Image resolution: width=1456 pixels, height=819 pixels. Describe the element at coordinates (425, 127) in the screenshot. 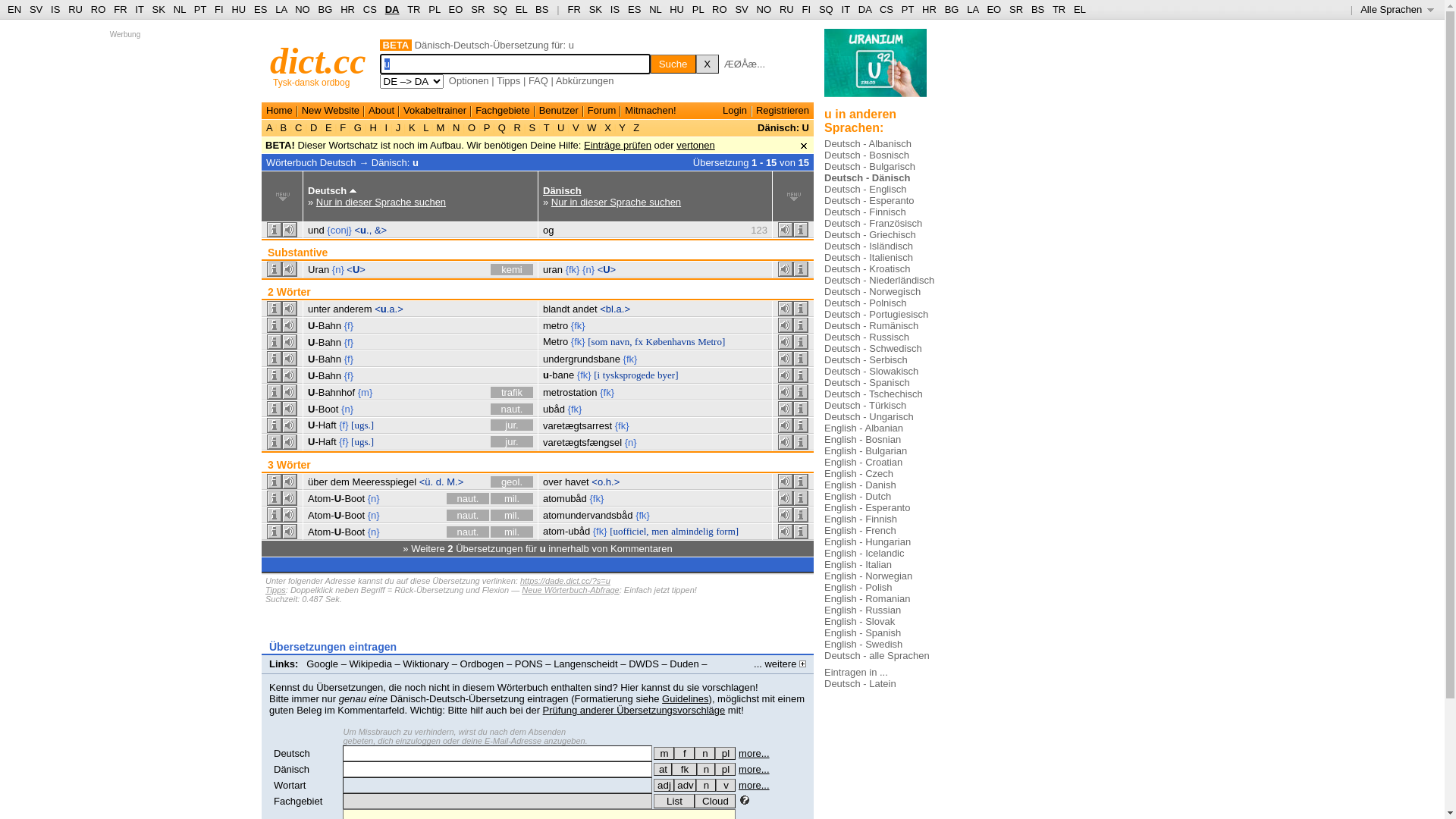

I see `'L'` at that location.